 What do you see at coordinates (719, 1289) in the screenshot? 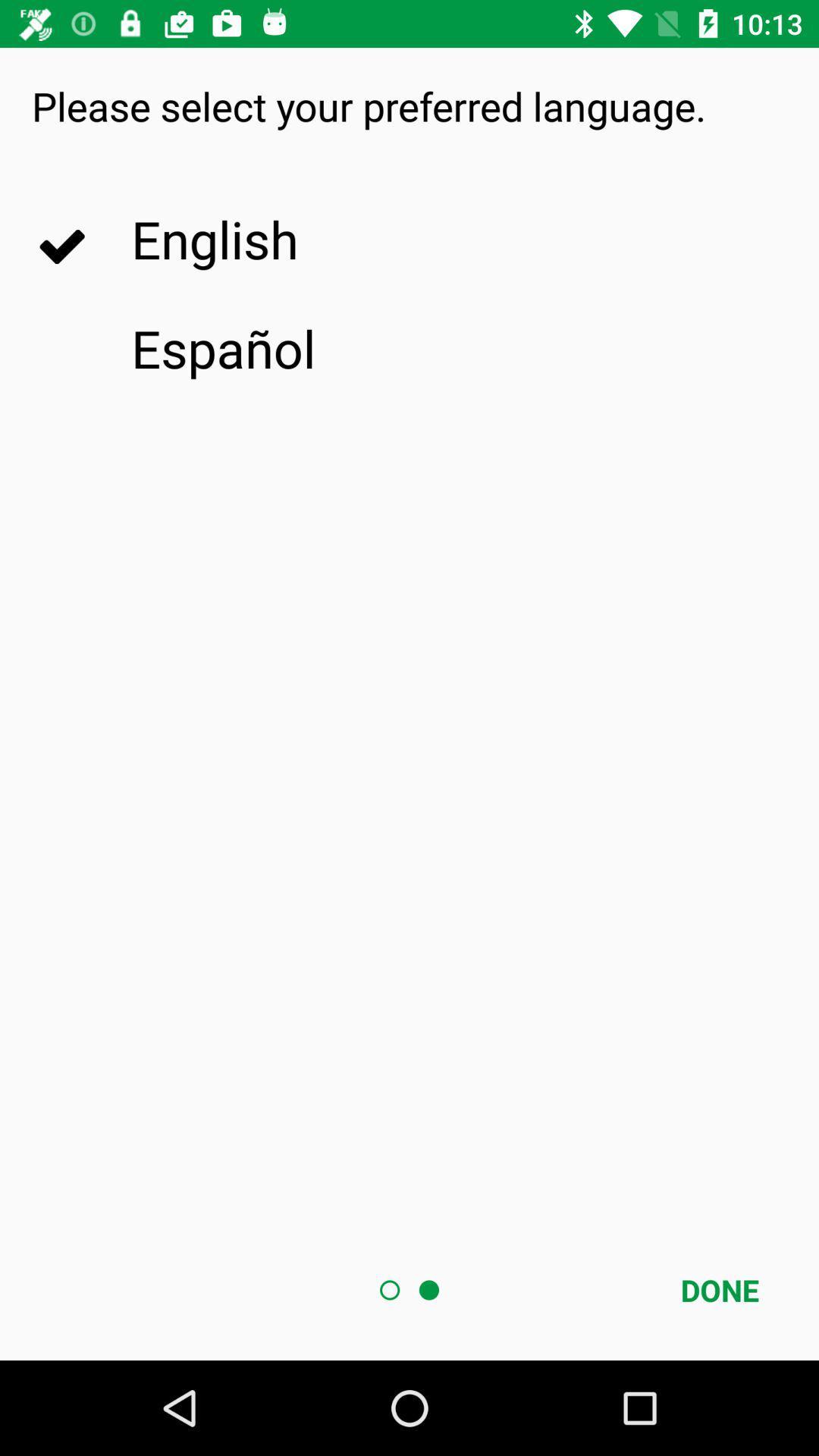
I see `done icon` at bounding box center [719, 1289].